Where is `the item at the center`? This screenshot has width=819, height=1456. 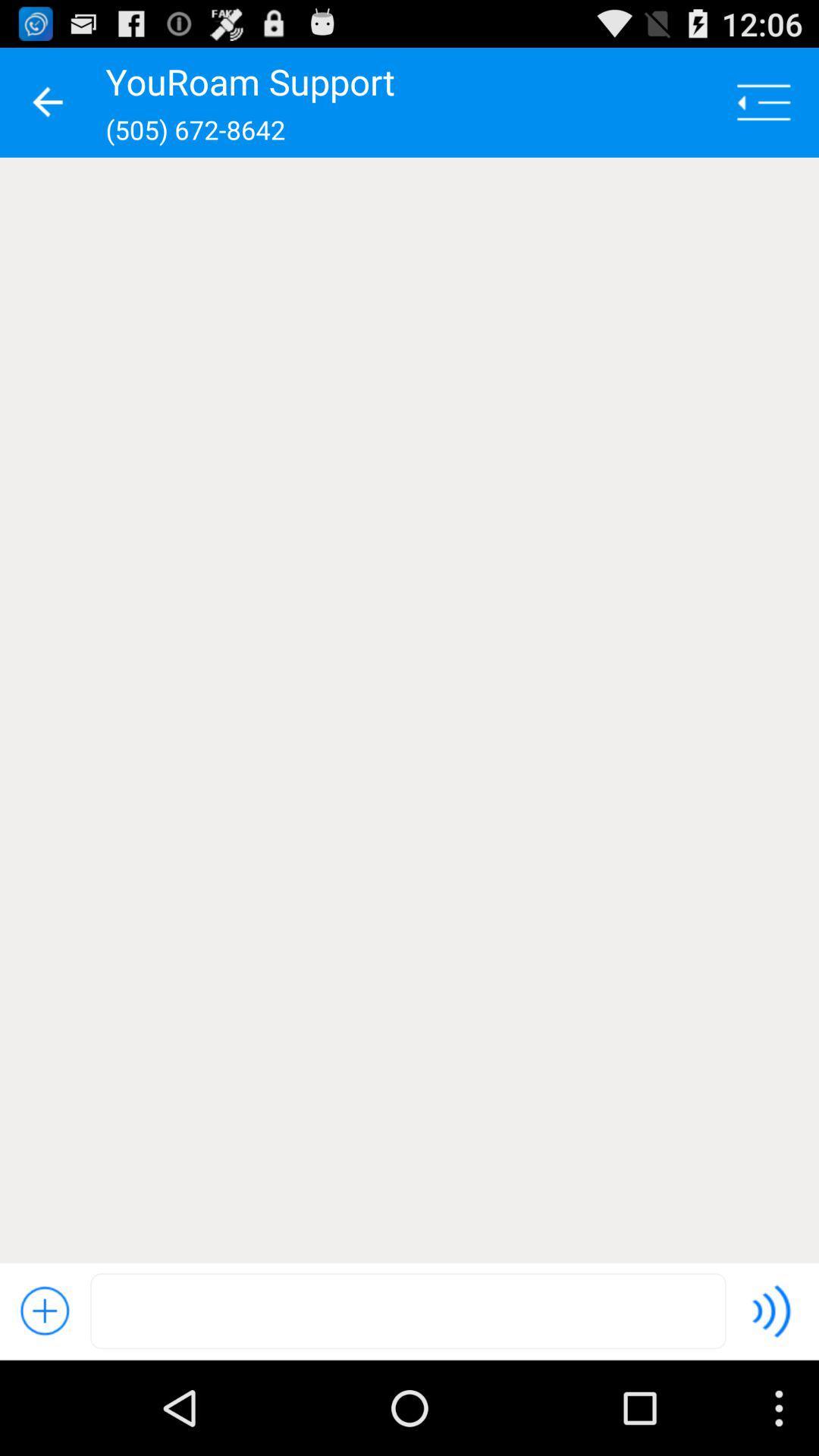 the item at the center is located at coordinates (409, 709).